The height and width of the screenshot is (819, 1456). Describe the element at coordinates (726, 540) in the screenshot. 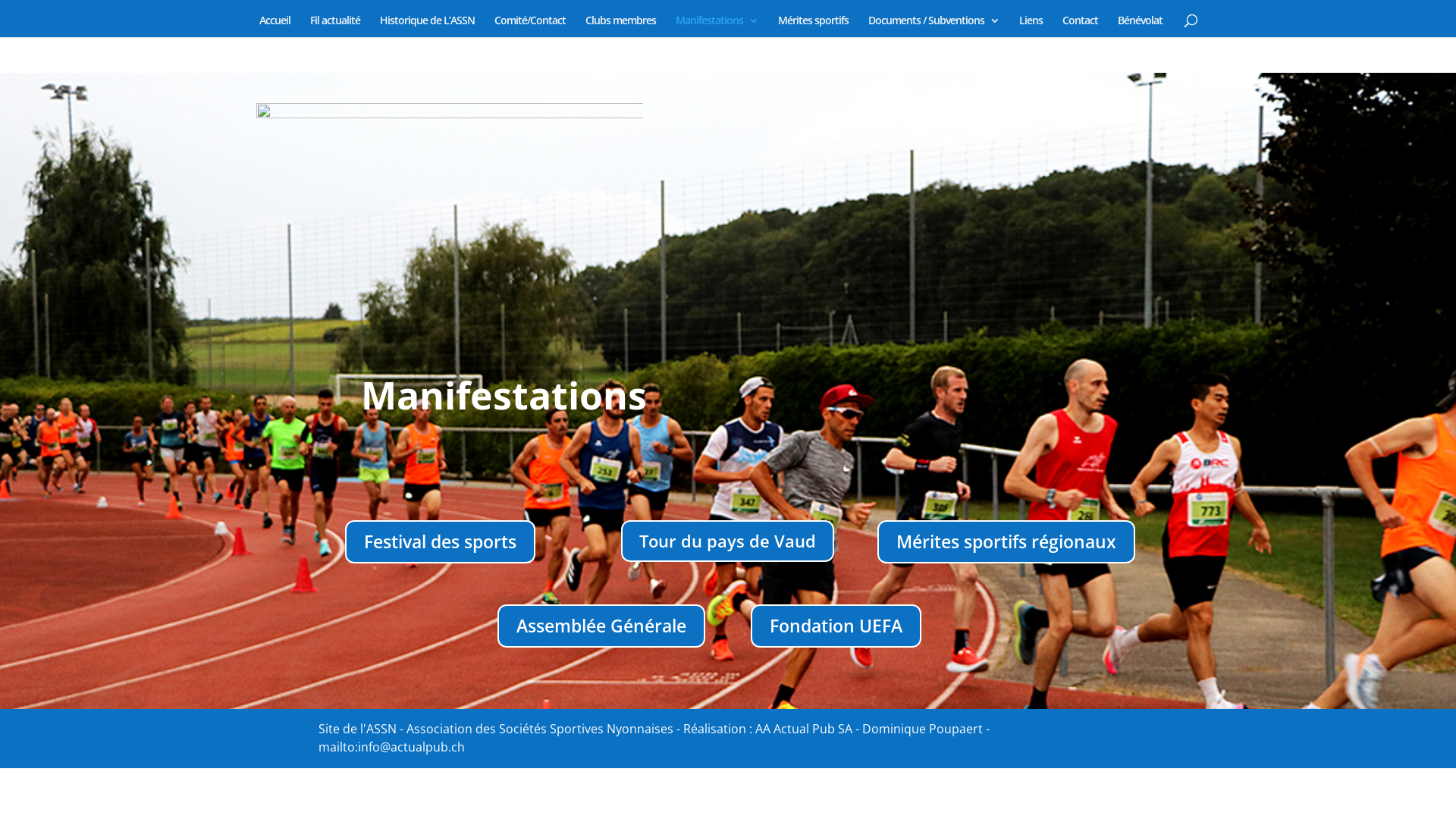

I see `'Tour du pays de Vaud'` at that location.